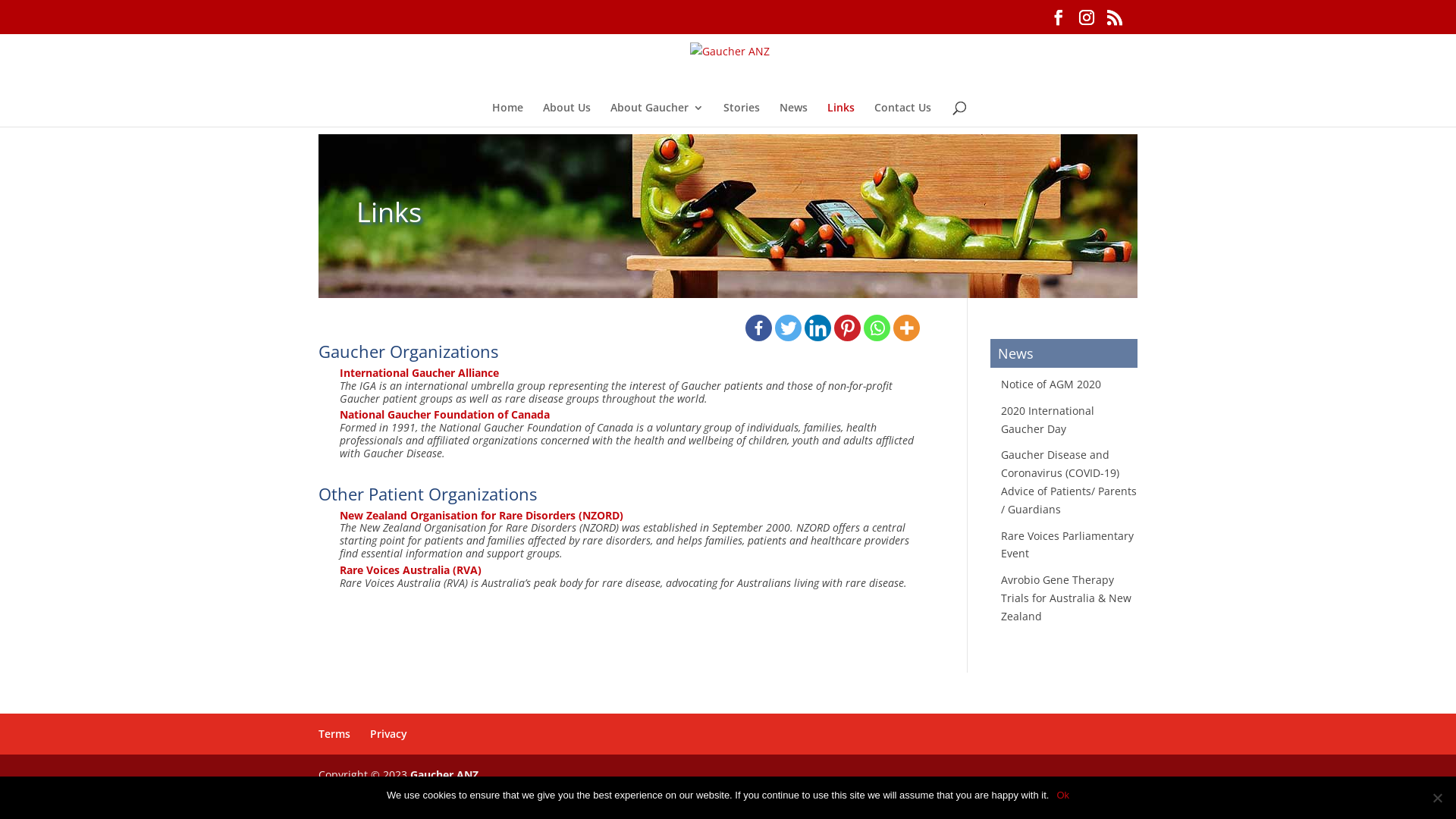 The image size is (1456, 819). Describe the element at coordinates (444, 414) in the screenshot. I see `'National Gaucher Foundation of Canada'` at that location.